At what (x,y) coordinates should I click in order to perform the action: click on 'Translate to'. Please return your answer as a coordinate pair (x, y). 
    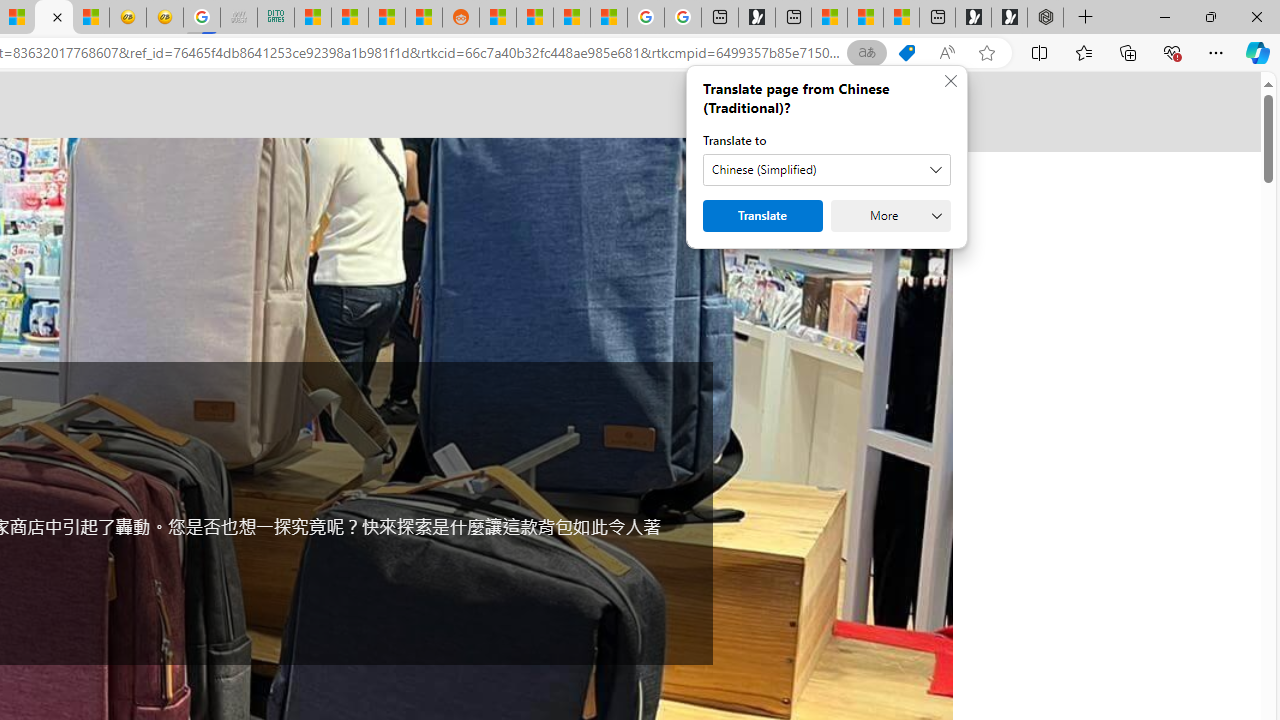
    Looking at the image, I should click on (826, 168).